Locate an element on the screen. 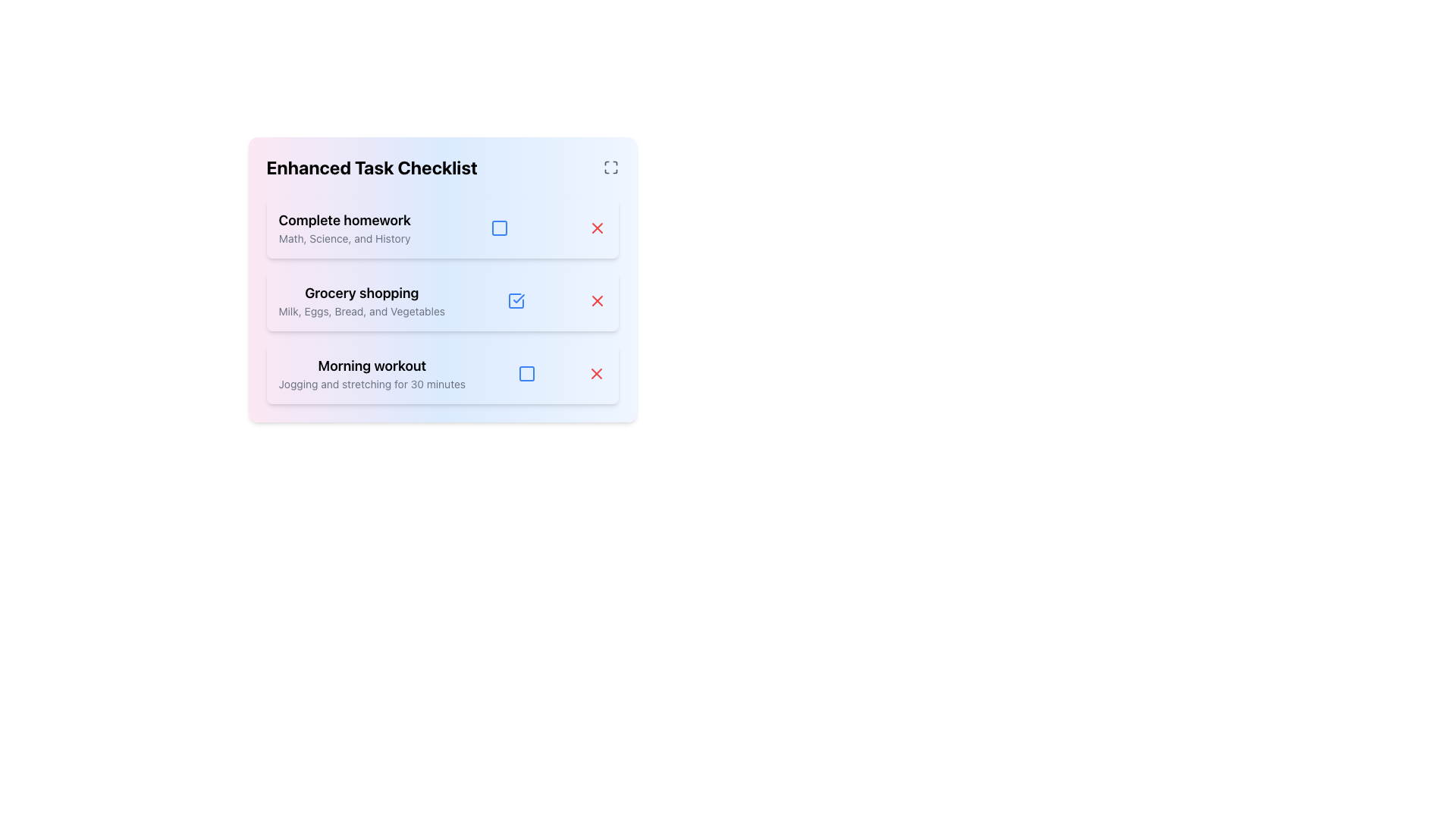 The width and height of the screenshot is (1456, 819). the text element displaying 'Milk, Eggs, Bread, and Vegetables' located below the 'Grocery shopping' label in the checklist interface is located at coordinates (361, 311).